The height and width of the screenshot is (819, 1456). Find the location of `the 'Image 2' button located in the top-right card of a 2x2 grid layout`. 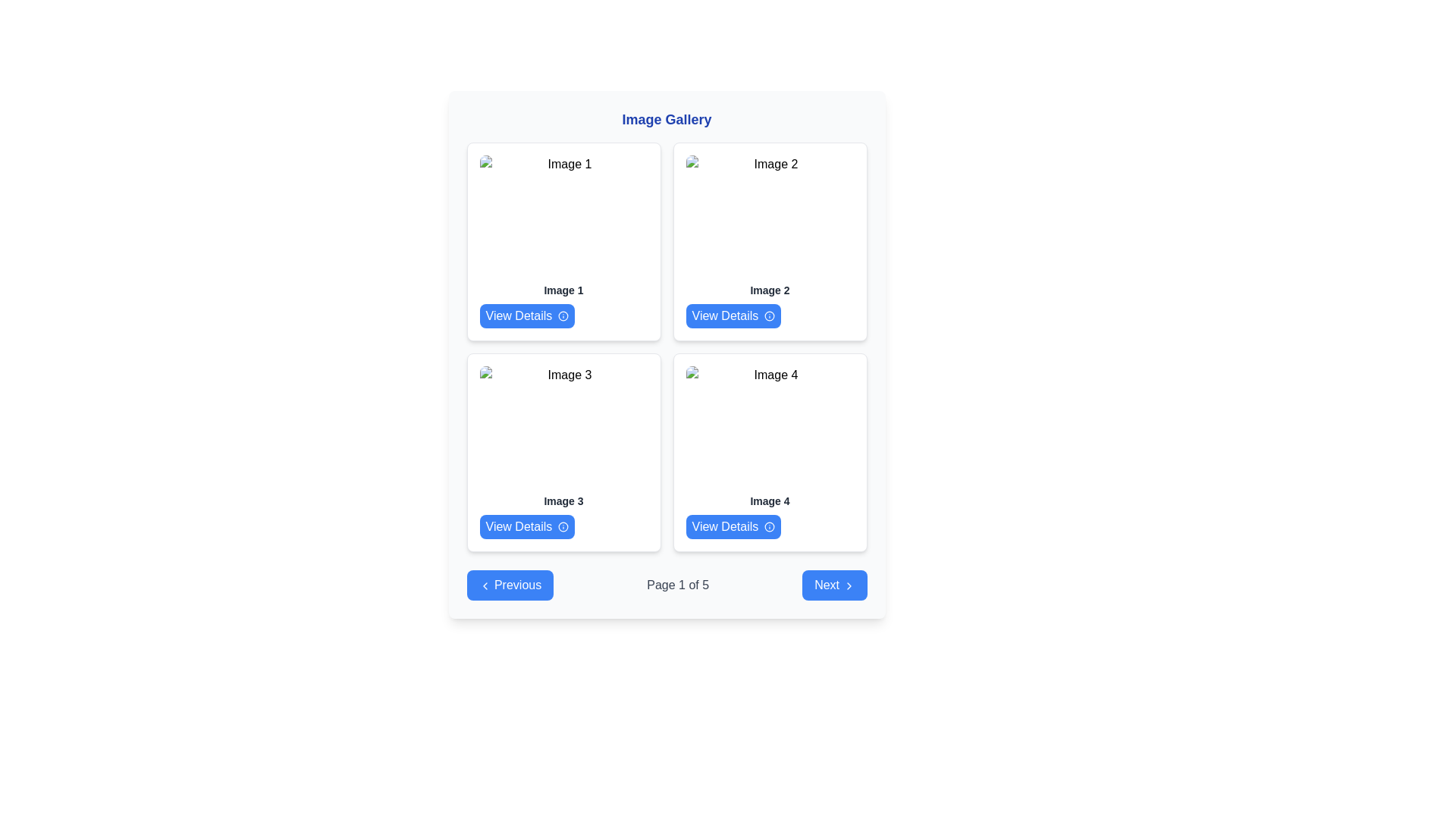

the 'Image 2' button located in the top-right card of a 2x2 grid layout is located at coordinates (733, 315).